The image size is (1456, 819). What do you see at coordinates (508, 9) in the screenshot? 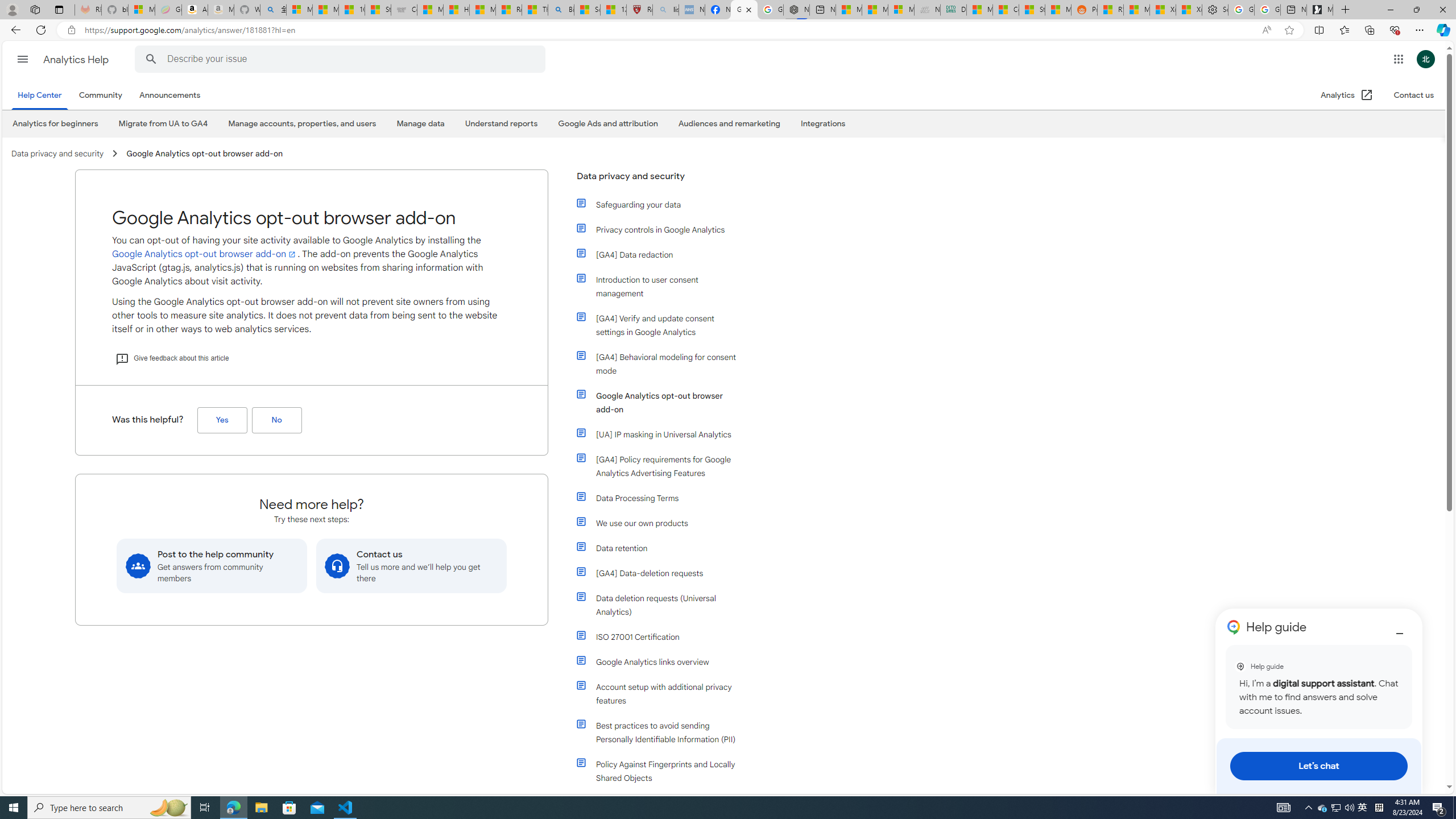
I see `'Recipes - MSN'` at bounding box center [508, 9].